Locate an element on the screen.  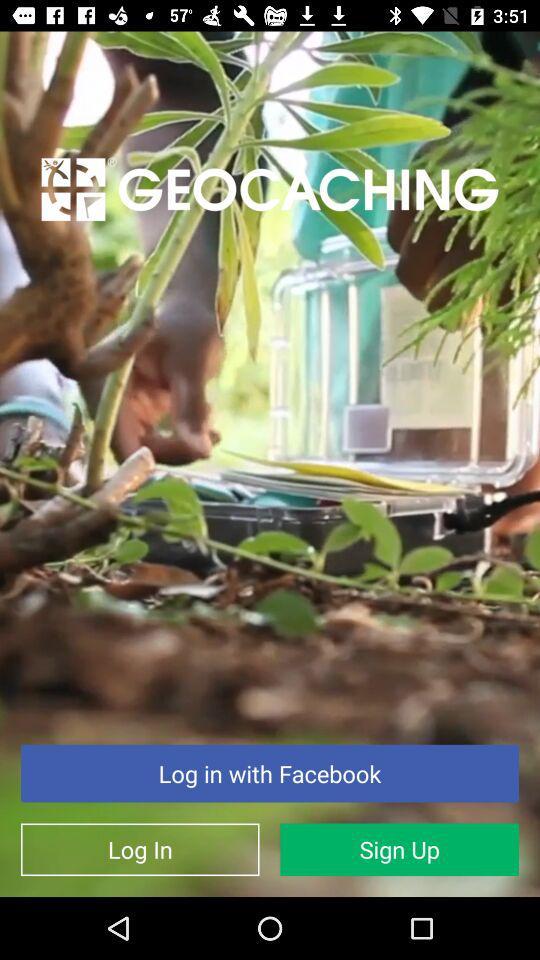
the icon next to the log in item is located at coordinates (399, 848).